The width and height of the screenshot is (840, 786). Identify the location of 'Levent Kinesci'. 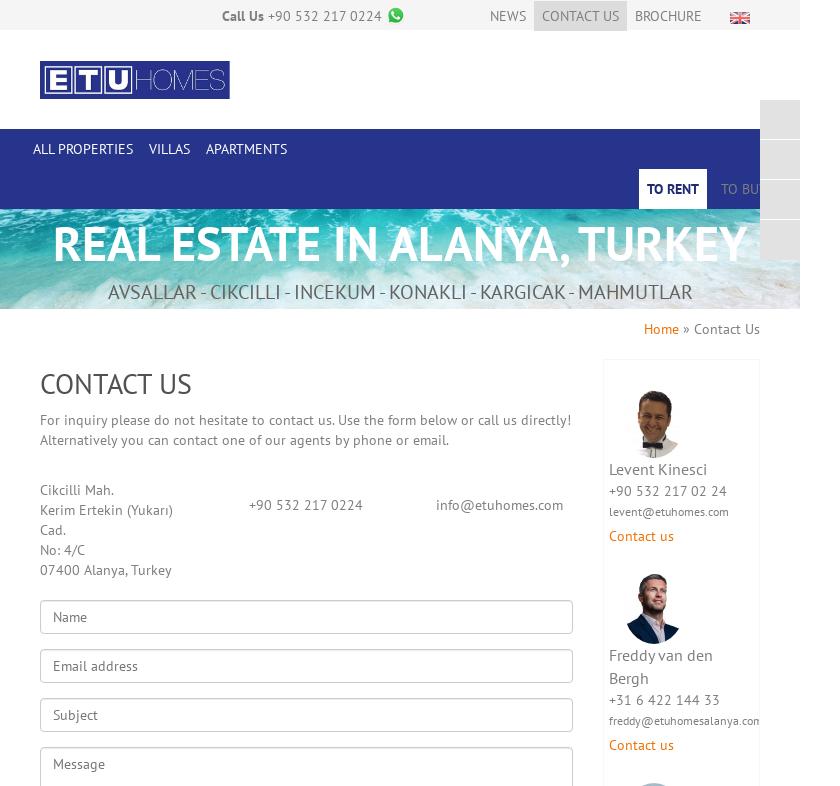
(656, 468).